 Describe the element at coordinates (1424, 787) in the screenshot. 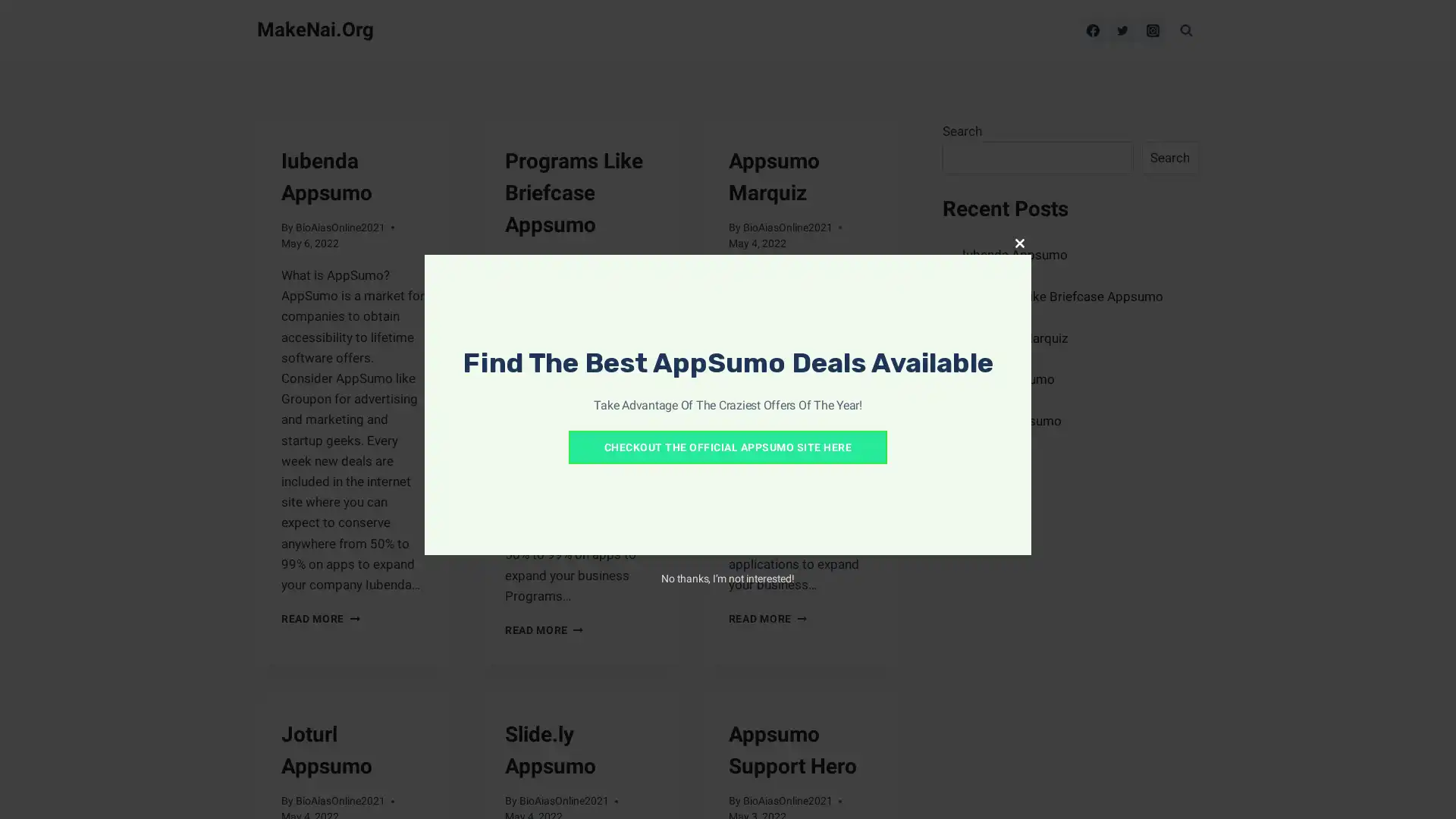

I see `Scroll to top` at that location.